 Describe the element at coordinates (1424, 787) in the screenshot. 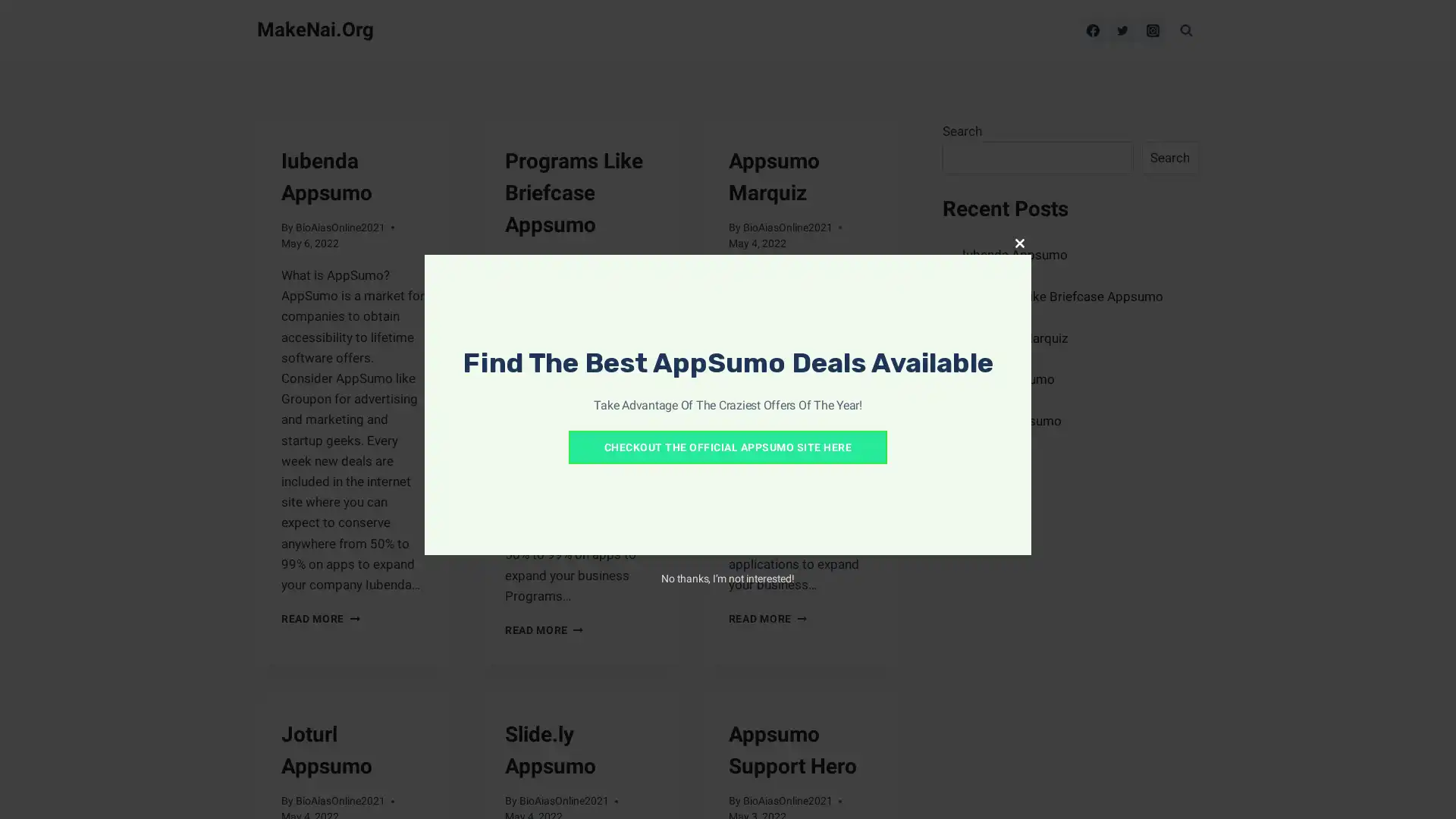

I see `Scroll to top` at that location.